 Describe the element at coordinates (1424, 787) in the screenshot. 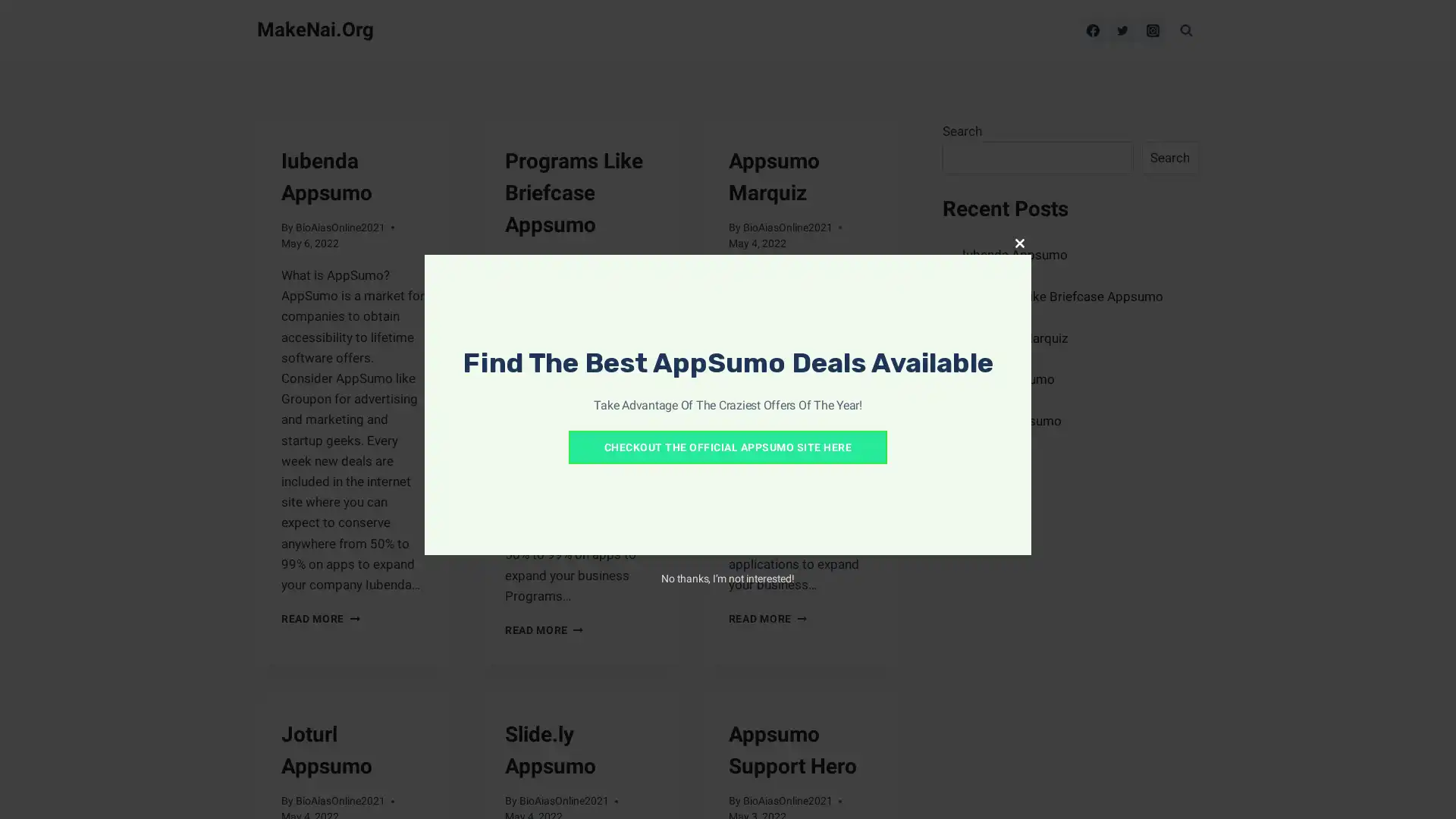

I see `Scroll to top` at that location.